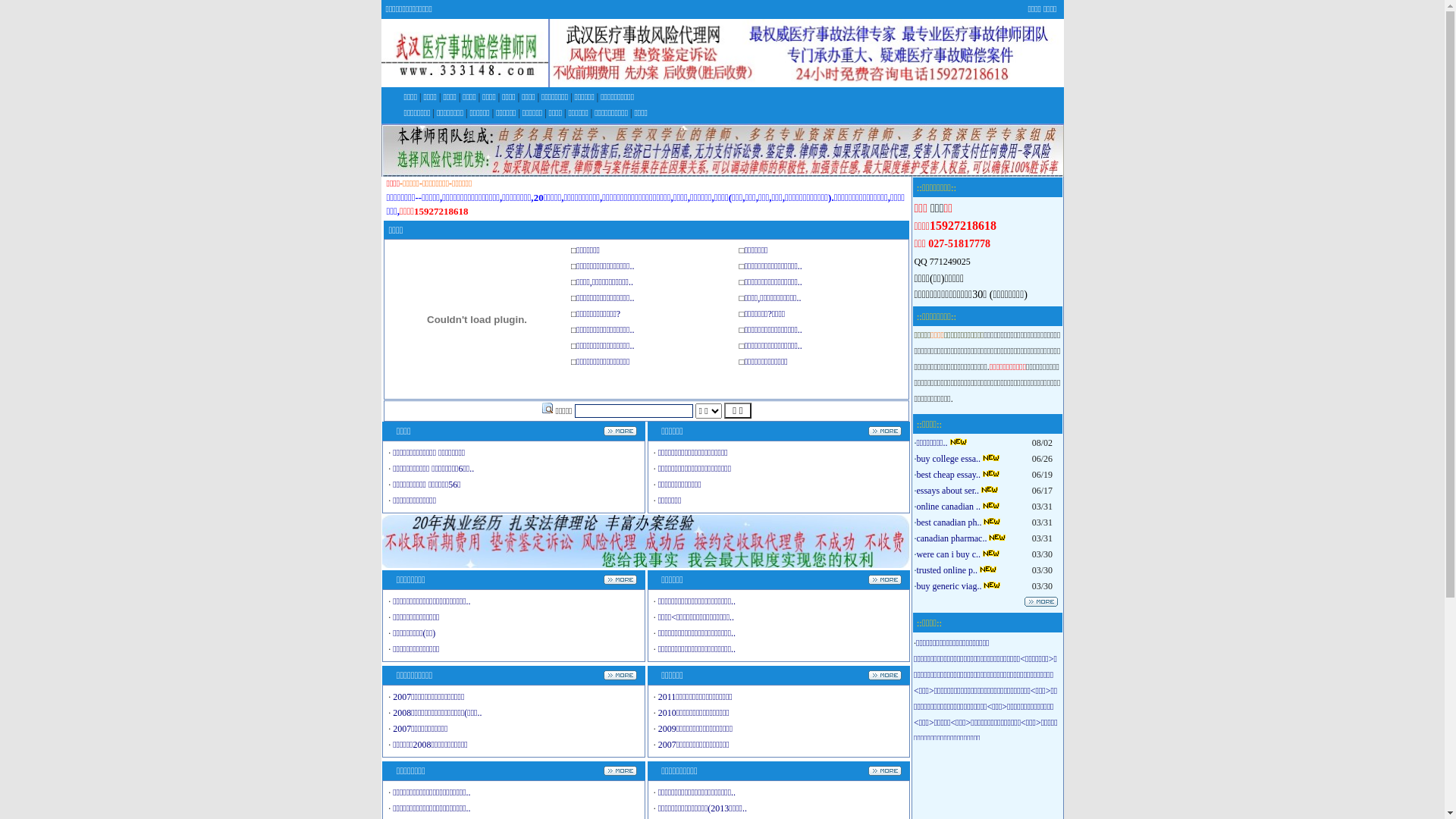  I want to click on 'best cheap essay..', so click(947, 473).